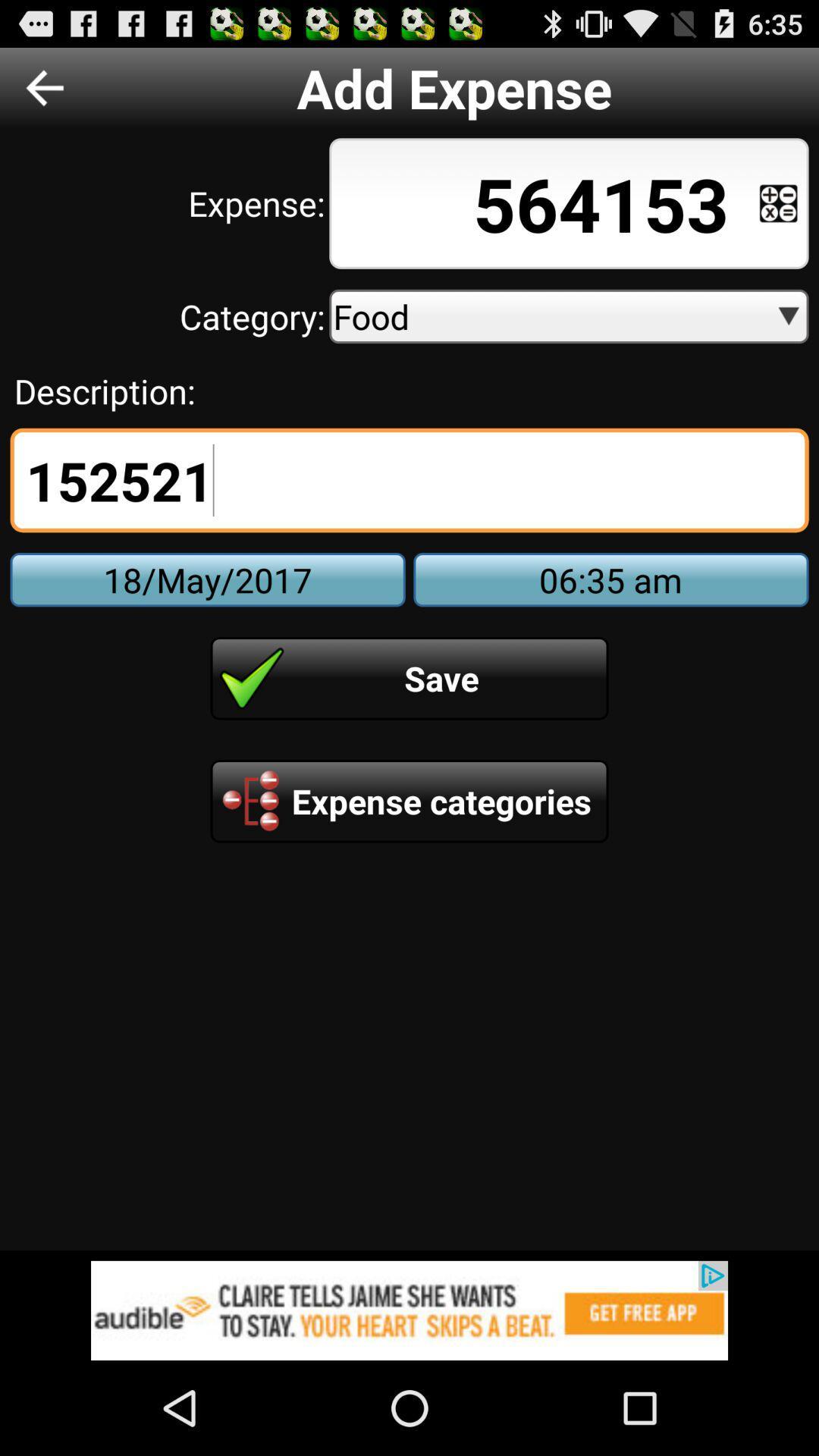 The image size is (819, 1456). Describe the element at coordinates (778, 202) in the screenshot. I see `menu` at that location.